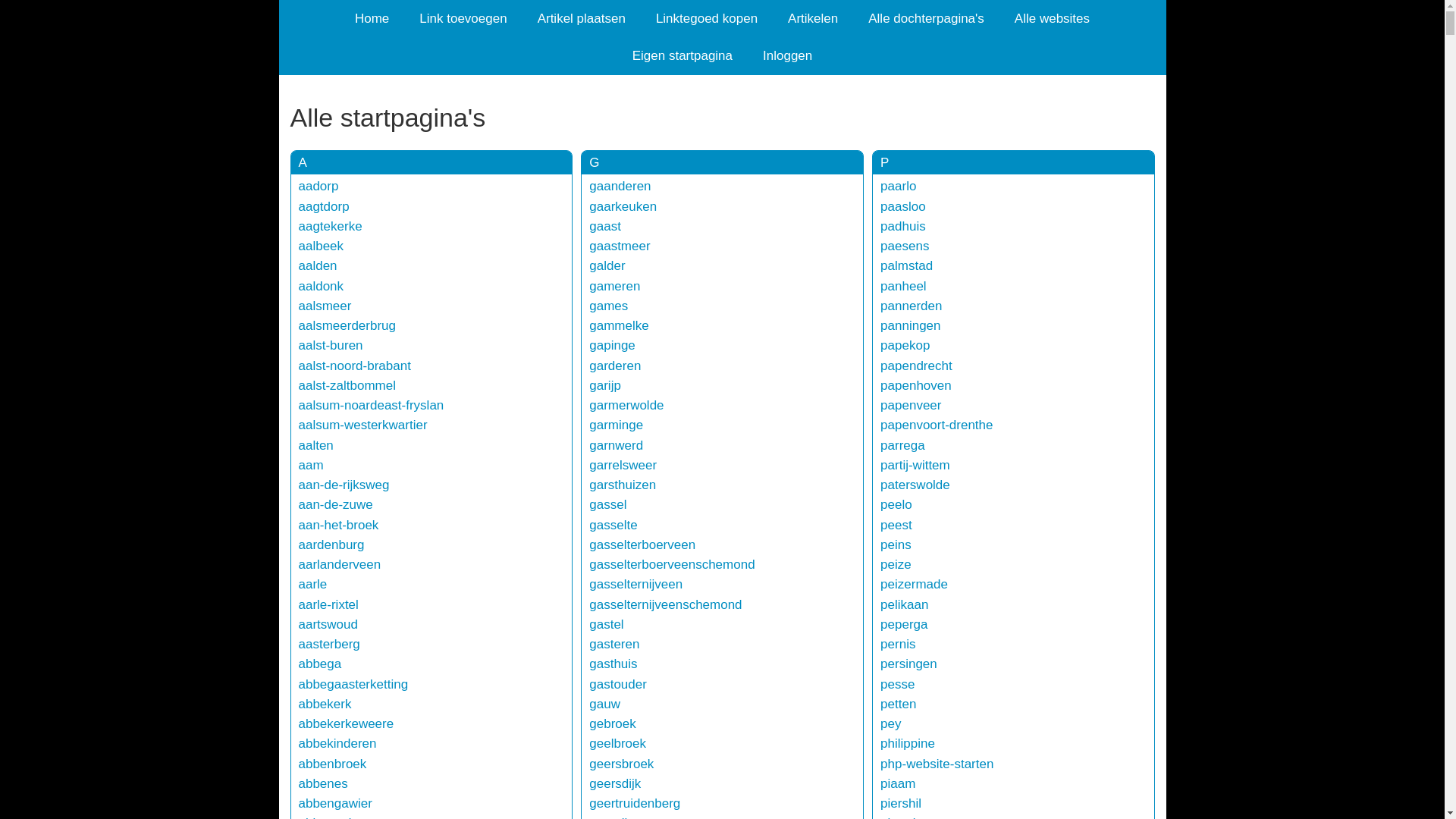 The width and height of the screenshot is (1456, 819). What do you see at coordinates (880, 345) in the screenshot?
I see `'papekop'` at bounding box center [880, 345].